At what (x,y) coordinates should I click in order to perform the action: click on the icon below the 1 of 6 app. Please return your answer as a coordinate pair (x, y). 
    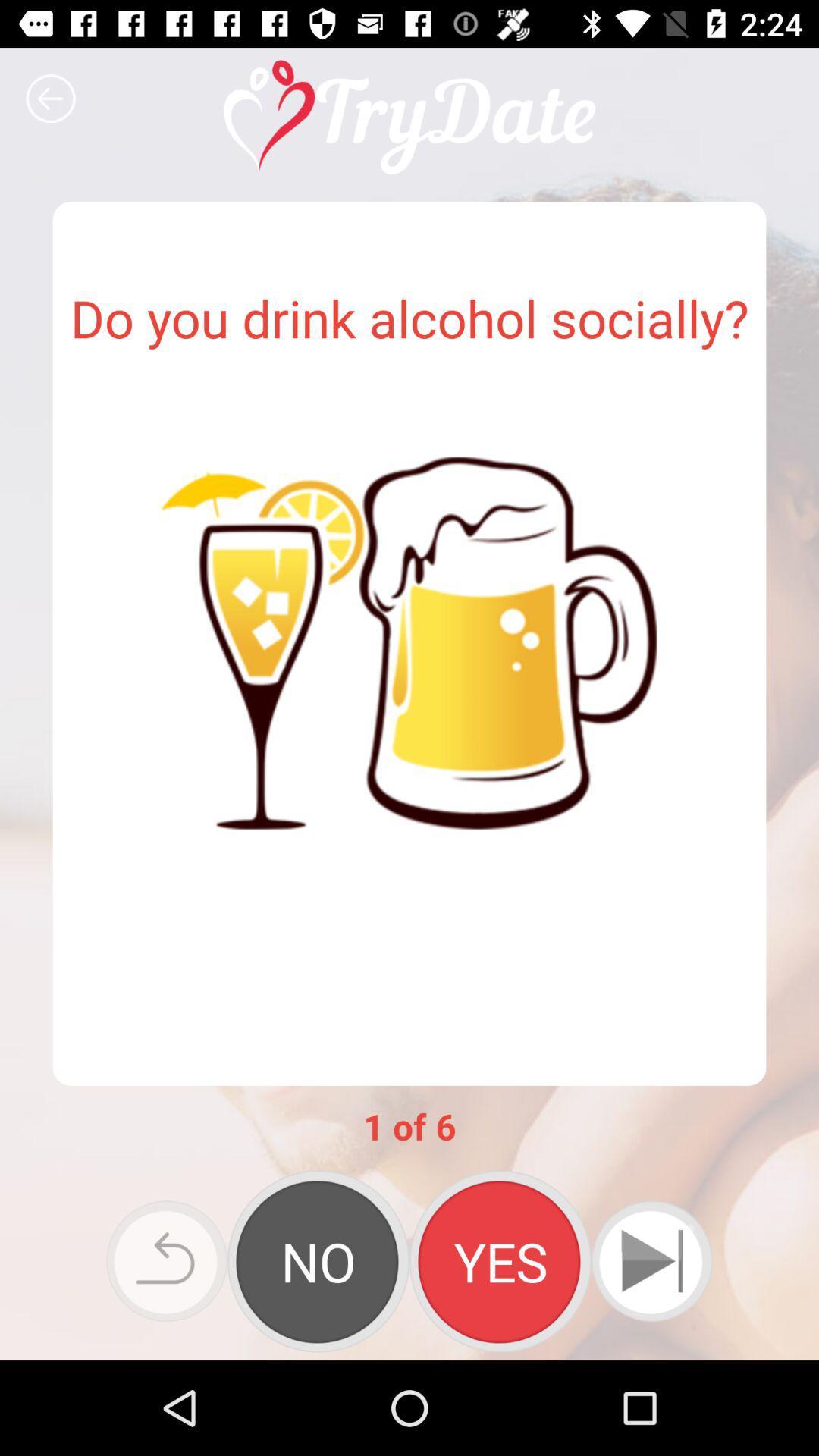
    Looking at the image, I should click on (318, 1261).